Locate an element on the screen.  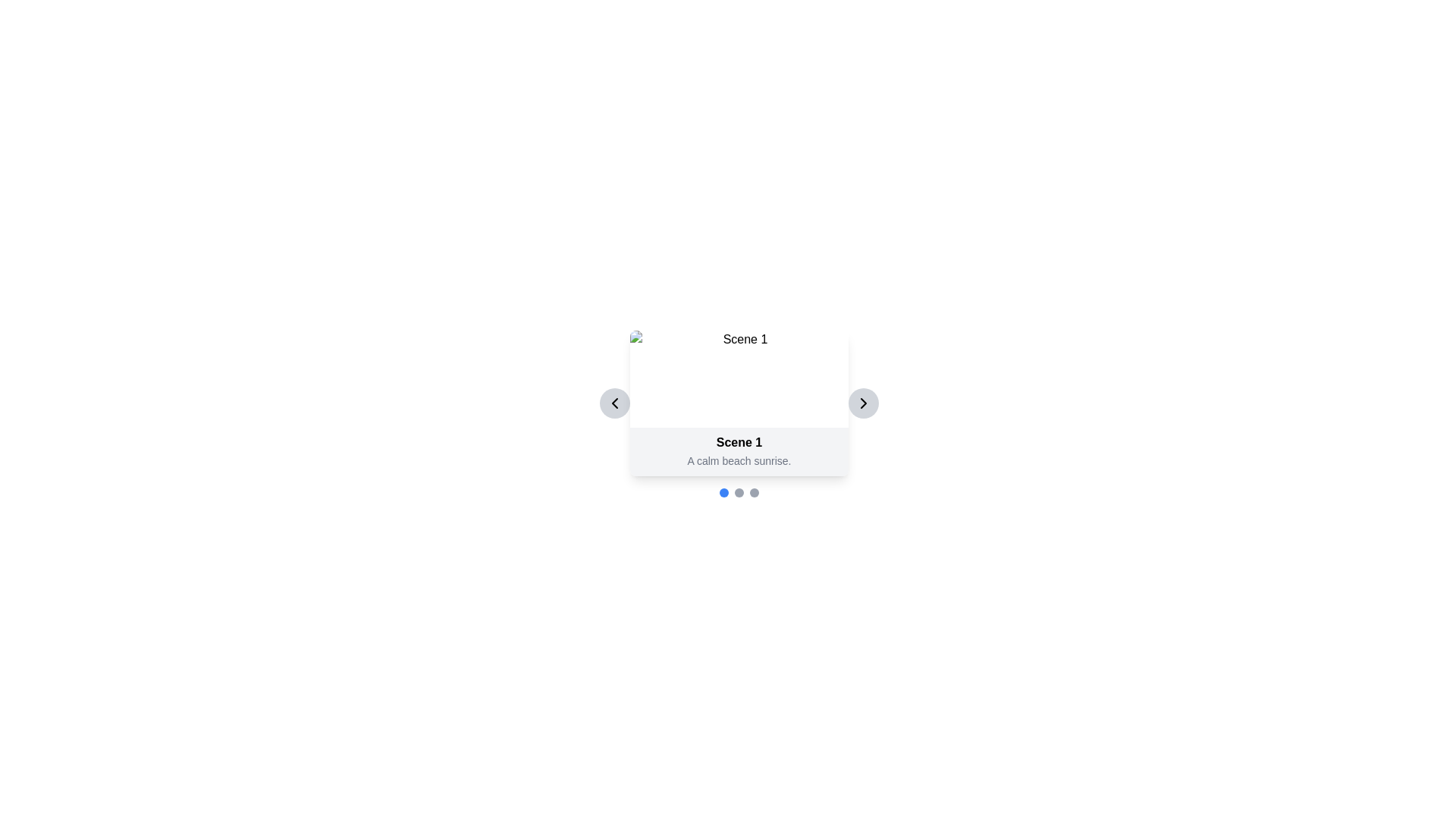
the right-facing Chevron icon within the button is located at coordinates (863, 403).